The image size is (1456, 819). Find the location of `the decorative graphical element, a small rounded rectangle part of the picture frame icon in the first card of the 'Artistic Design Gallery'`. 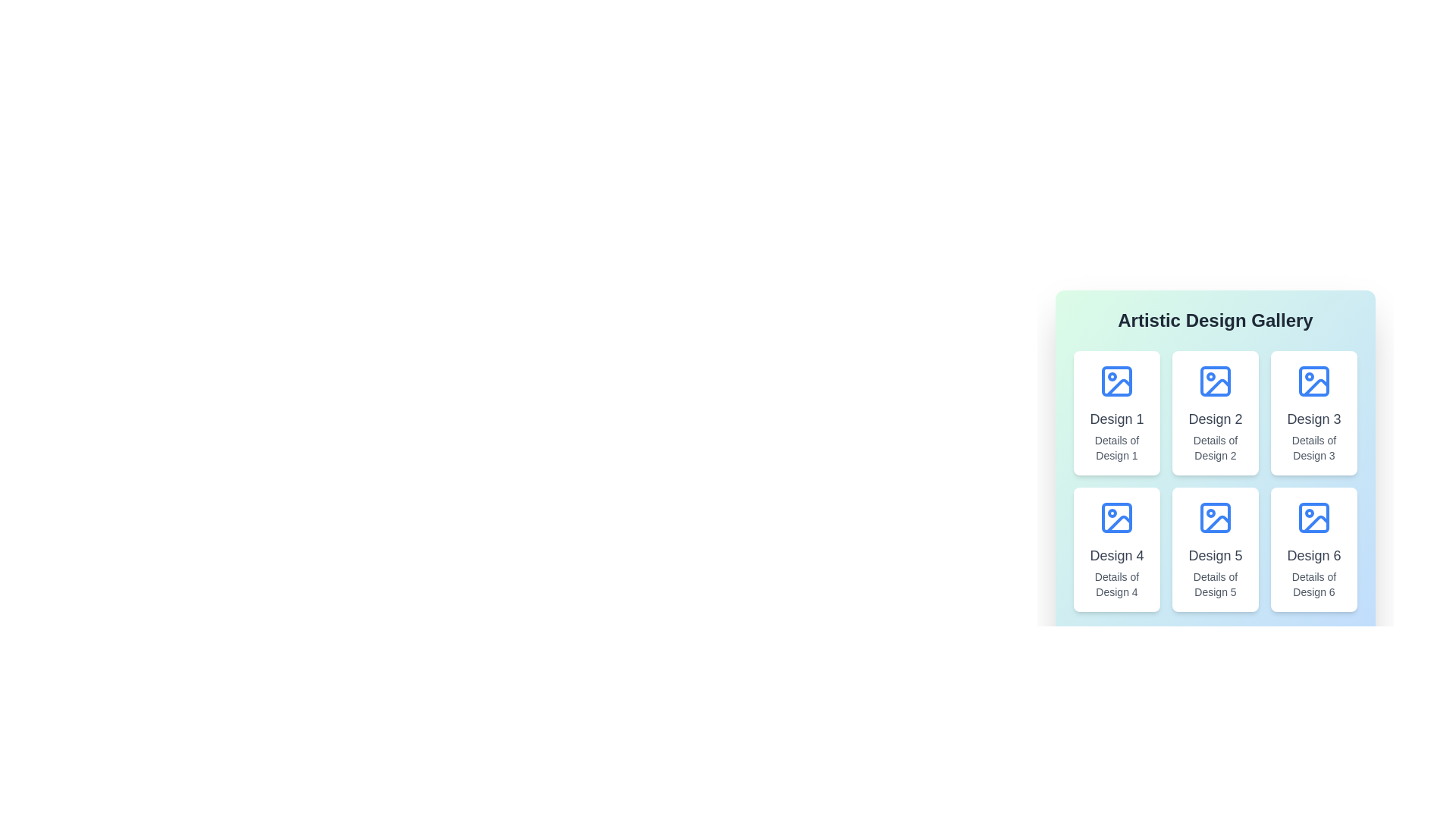

the decorative graphical element, a small rounded rectangle part of the picture frame icon in the first card of the 'Artistic Design Gallery' is located at coordinates (1117, 380).